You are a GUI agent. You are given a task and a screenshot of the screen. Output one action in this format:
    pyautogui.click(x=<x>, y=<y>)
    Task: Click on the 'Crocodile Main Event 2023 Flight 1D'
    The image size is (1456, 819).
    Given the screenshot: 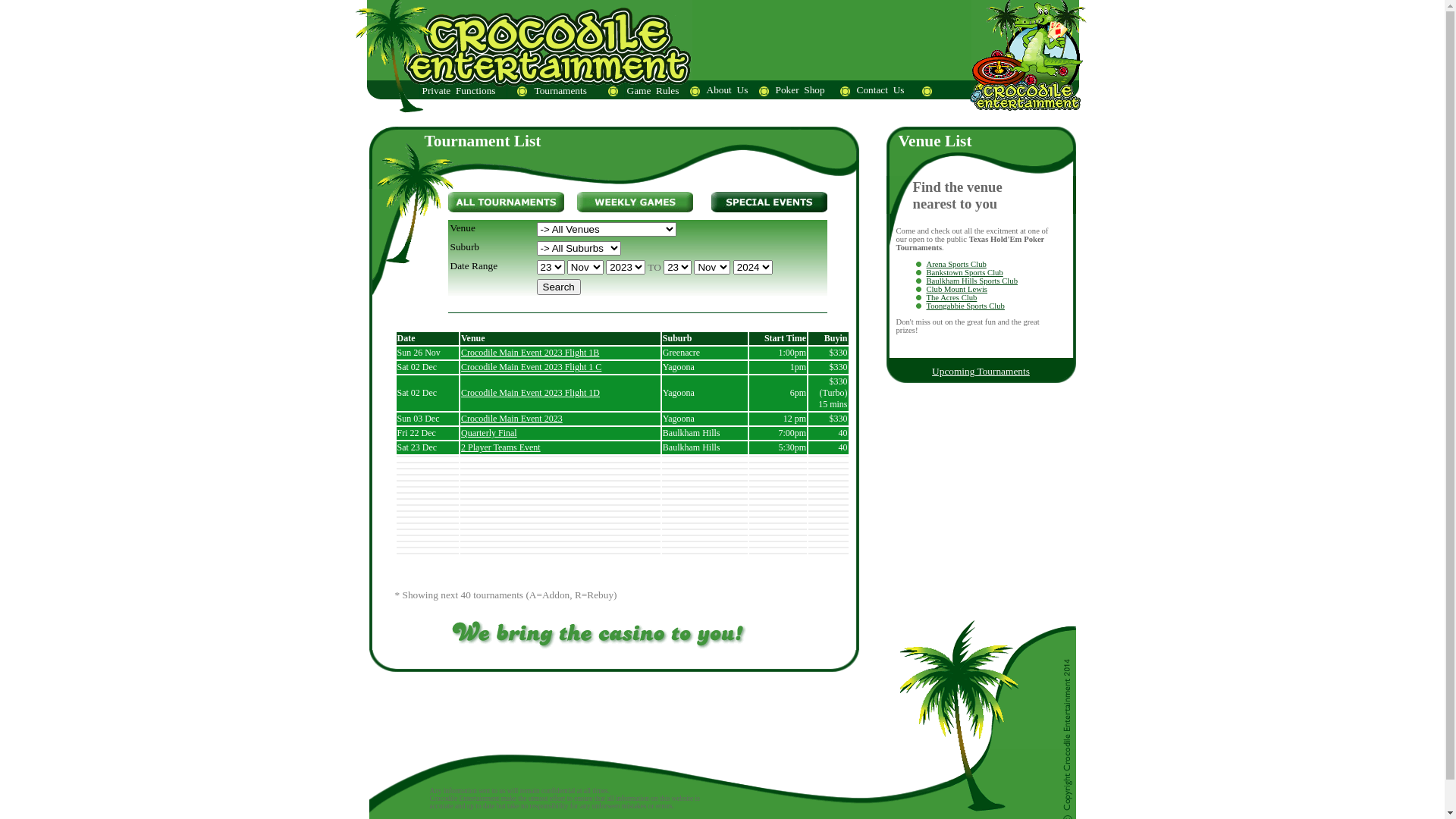 What is the action you would take?
    pyautogui.click(x=460, y=391)
    